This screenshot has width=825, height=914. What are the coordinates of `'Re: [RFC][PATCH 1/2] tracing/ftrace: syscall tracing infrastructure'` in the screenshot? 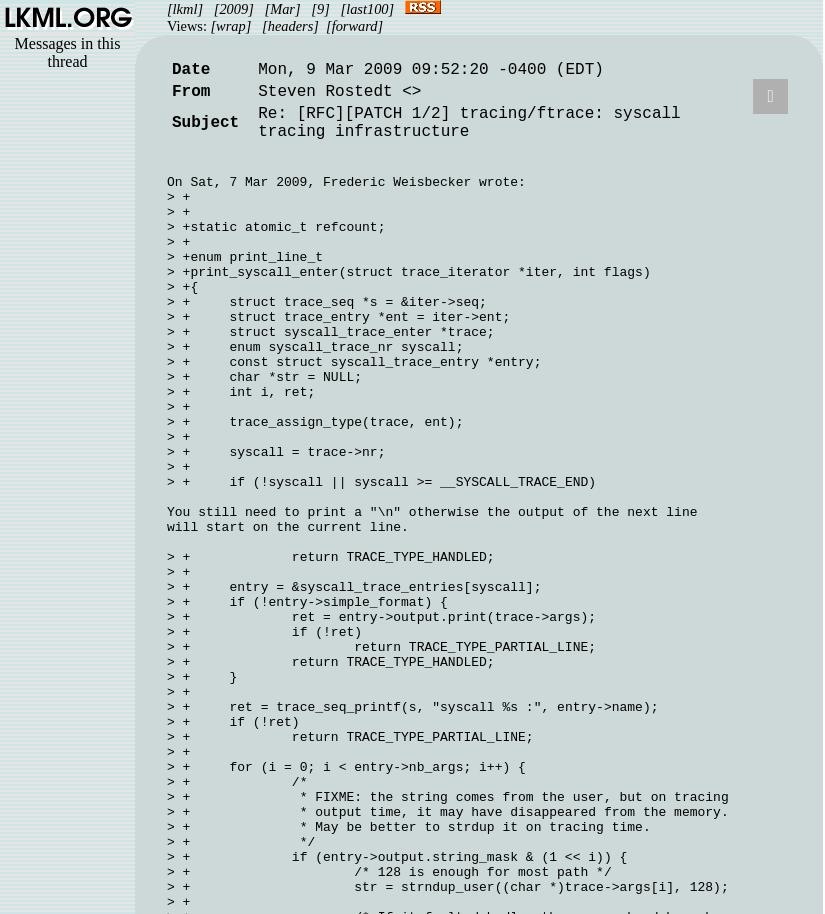 It's located at (256, 123).